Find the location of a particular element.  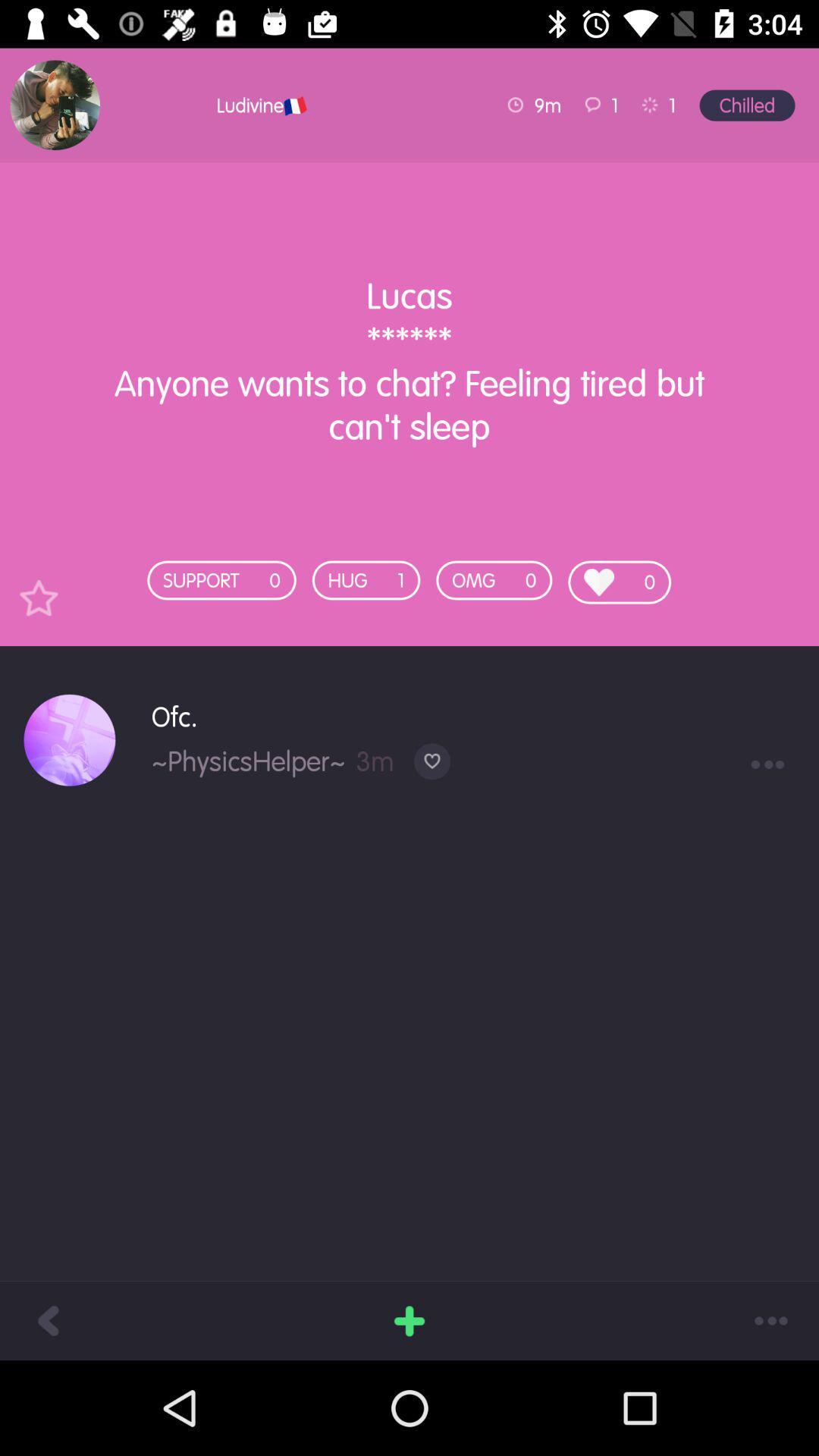

the icon above lucas anyone wants item is located at coordinates (215, 105).